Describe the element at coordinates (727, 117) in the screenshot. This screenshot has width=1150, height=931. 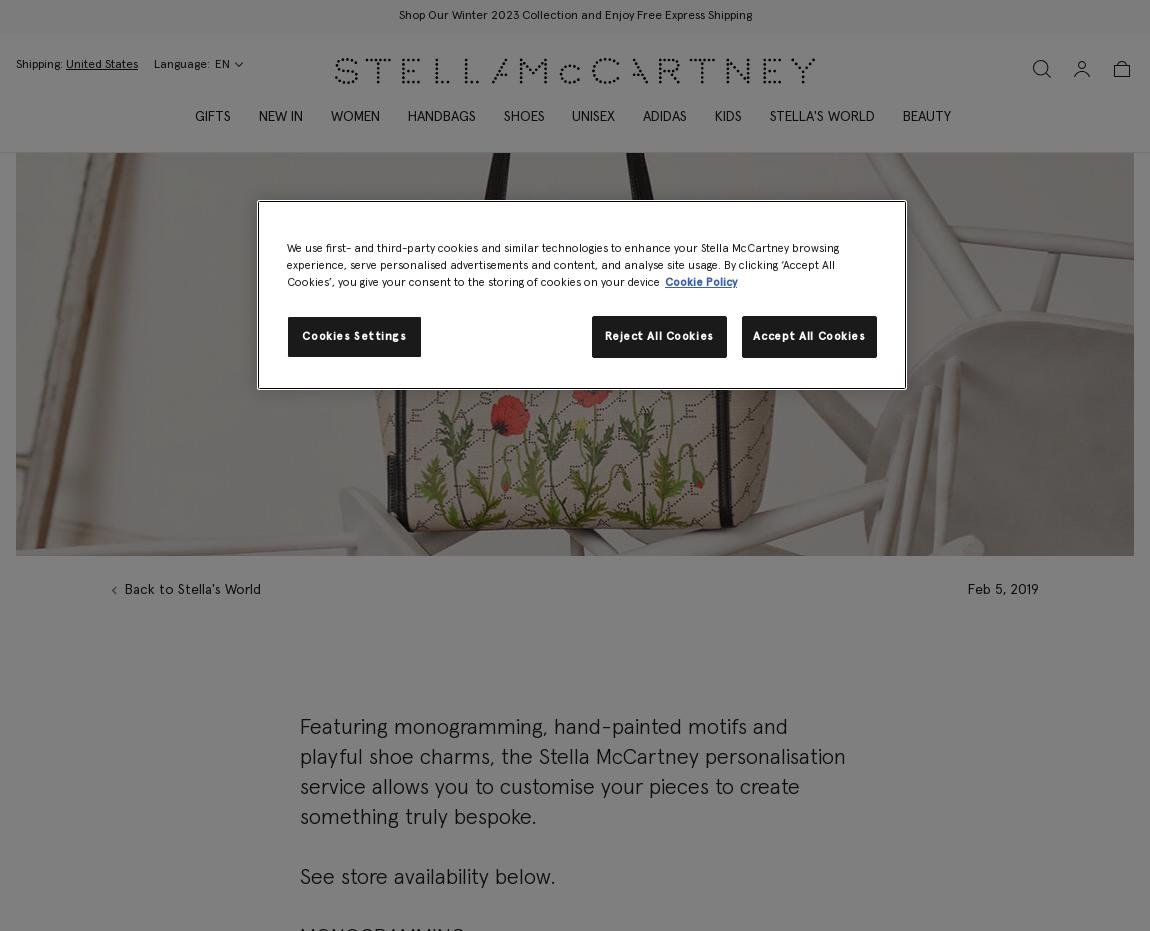
I see `'KIDS'` at that location.